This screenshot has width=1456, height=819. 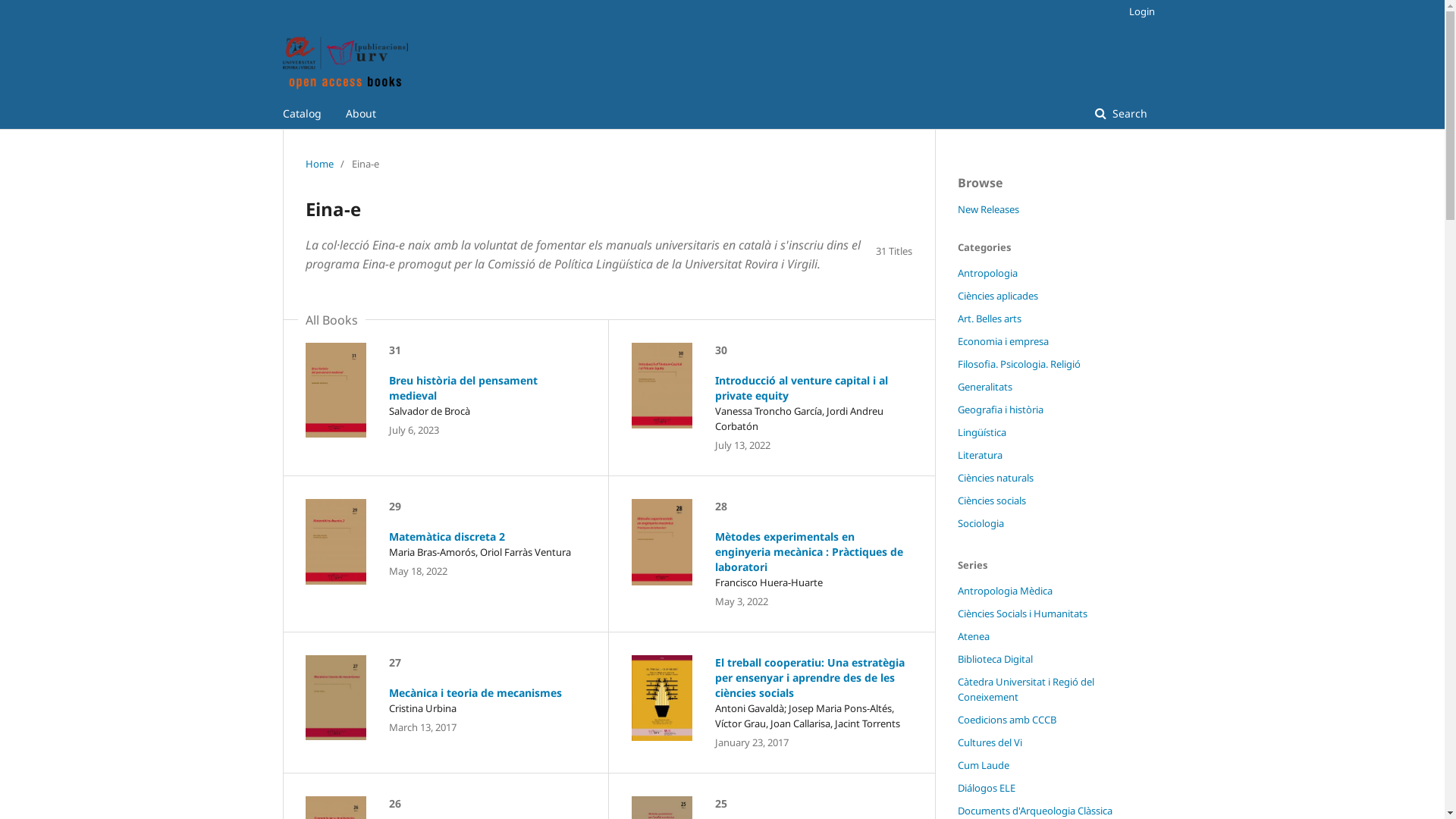 I want to click on 'Catalog', so click(x=301, y=113).